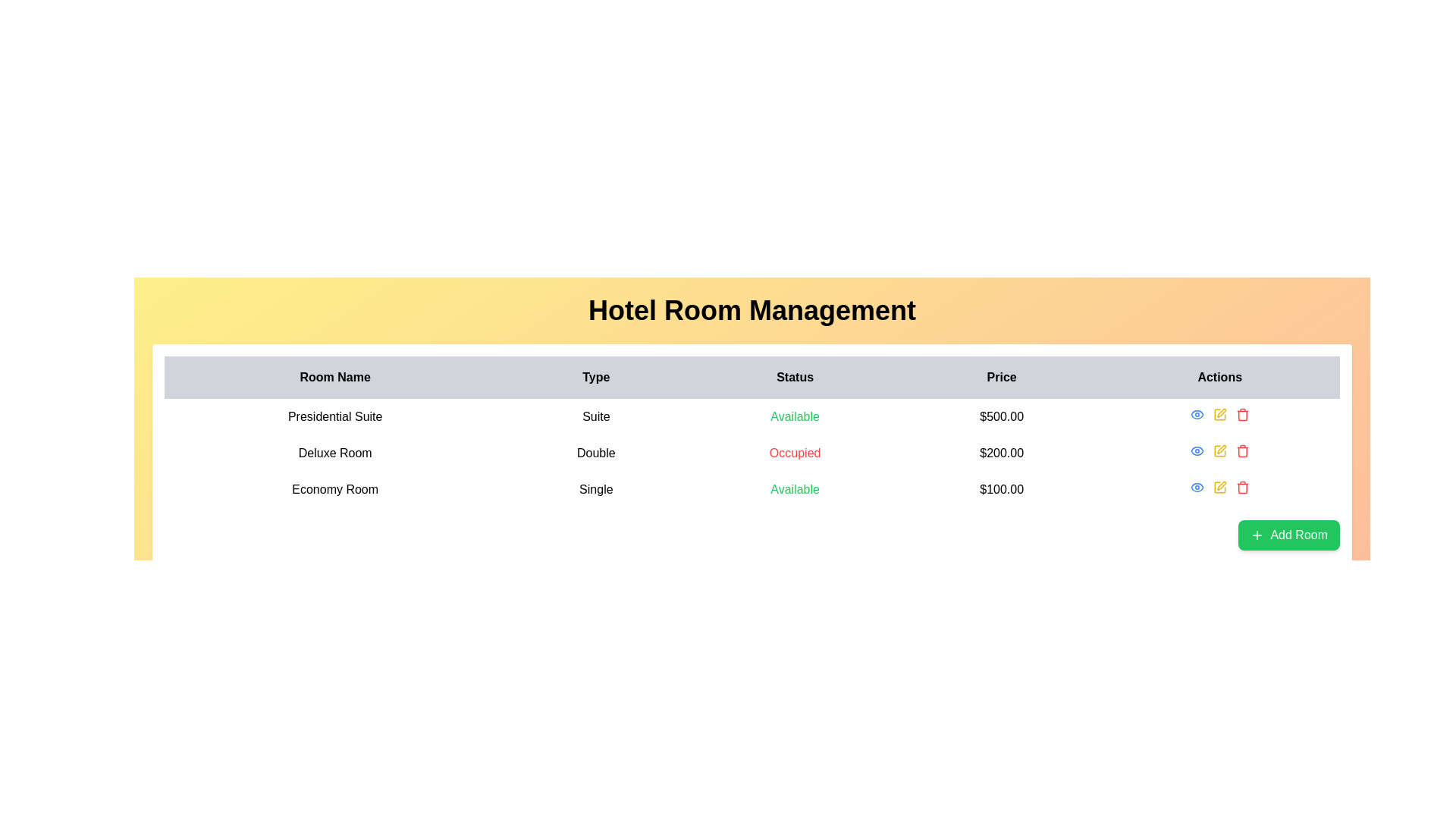 The width and height of the screenshot is (1456, 819). I want to click on the Toolbar with action icons located in the Actions column of the row associated with the 'Presidential Suite', so click(1219, 415).